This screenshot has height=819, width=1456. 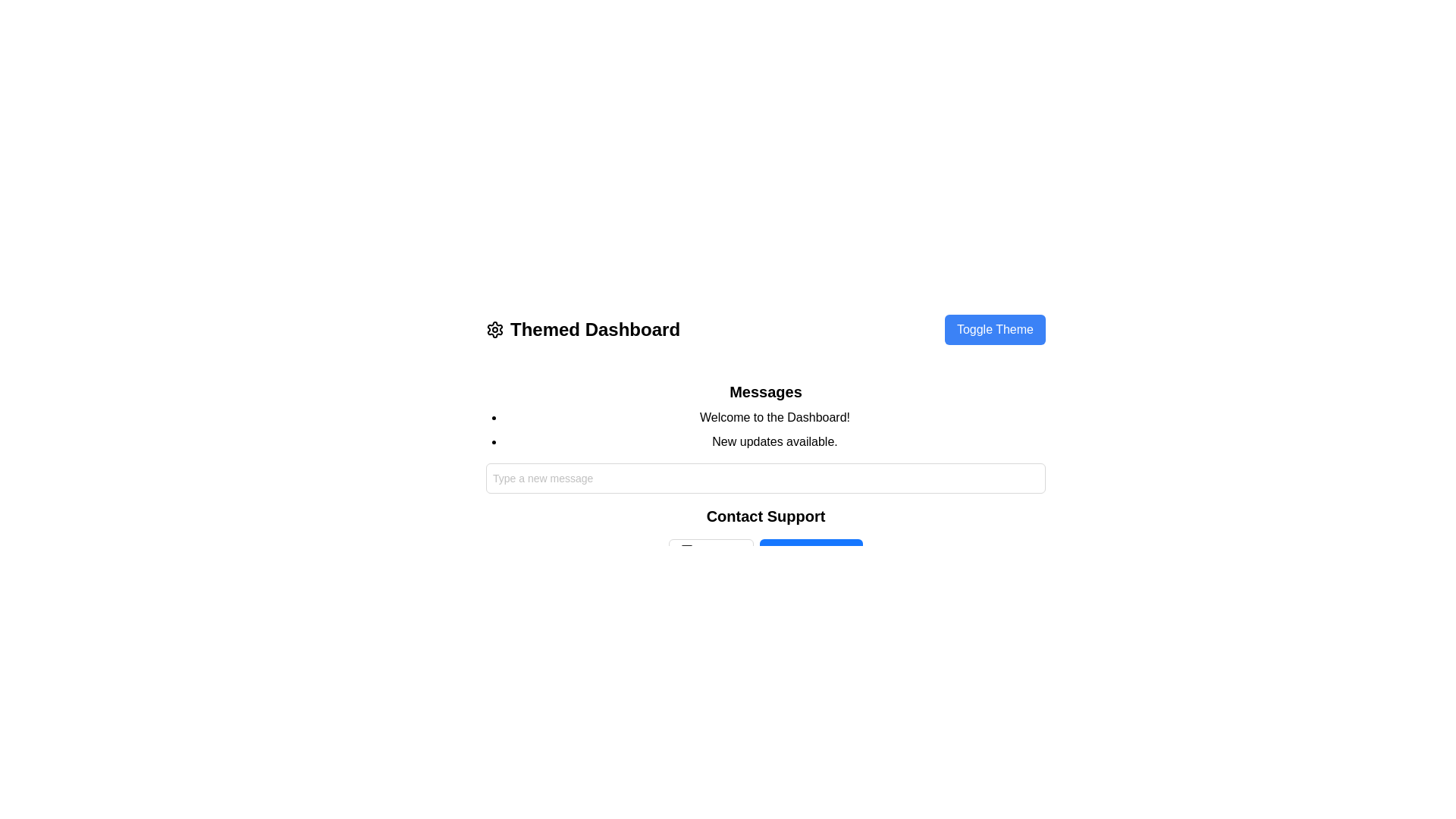 What do you see at coordinates (775, 441) in the screenshot?
I see `the text label stating 'New updates available' which is the second item in the bulleted list under the 'Messages' header` at bounding box center [775, 441].